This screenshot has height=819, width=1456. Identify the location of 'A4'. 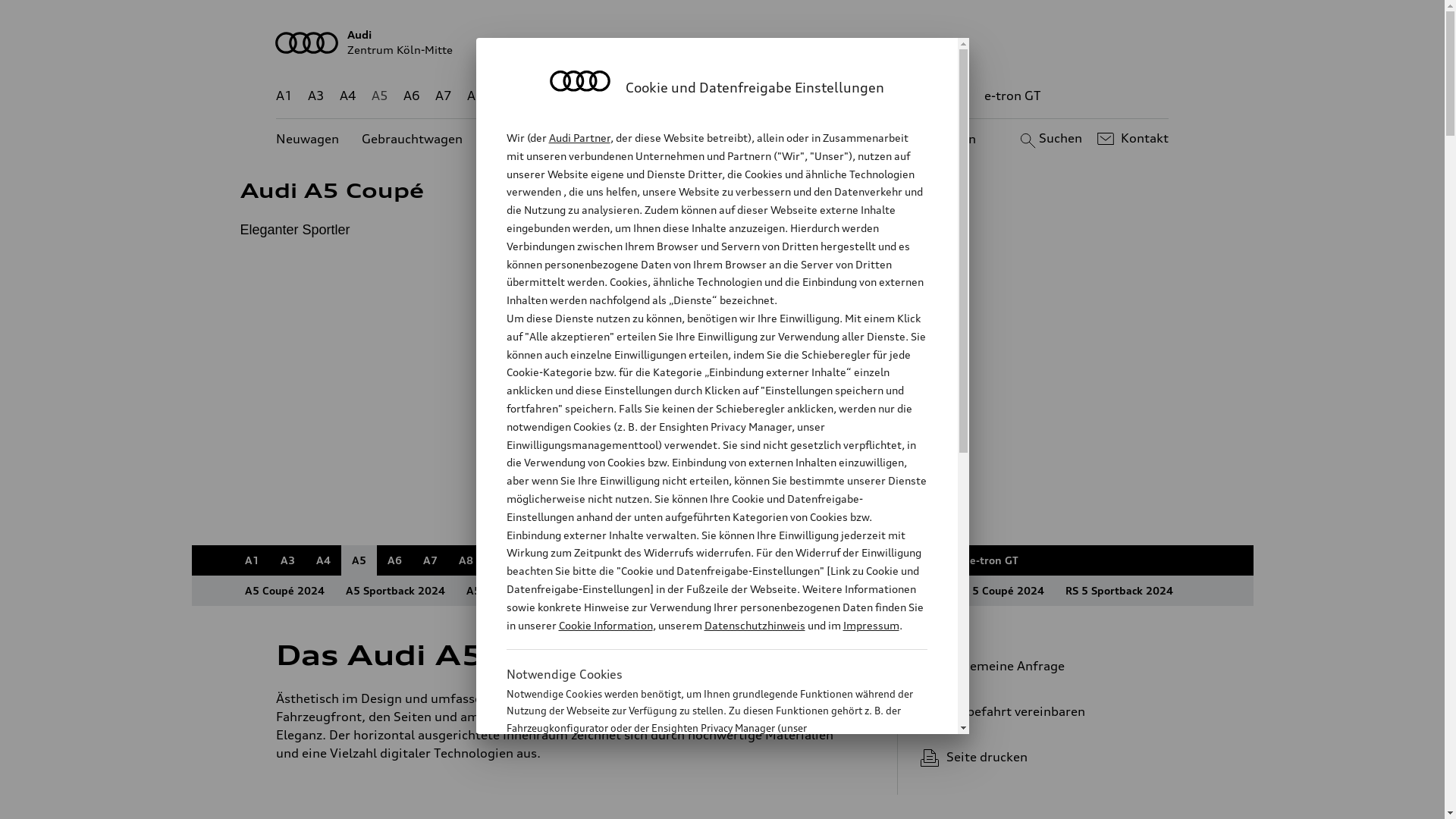
(322, 560).